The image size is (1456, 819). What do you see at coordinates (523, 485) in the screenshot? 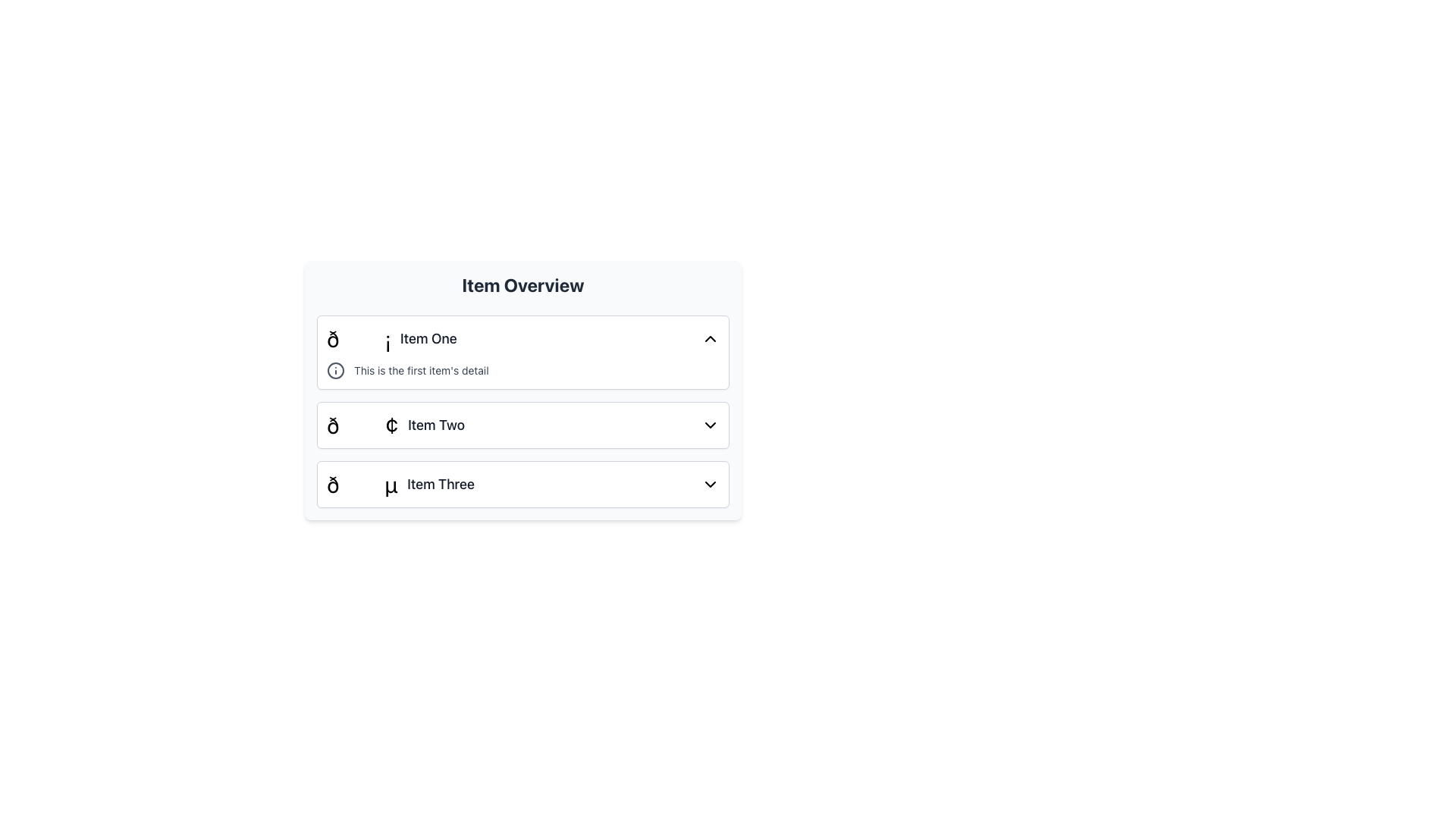
I see `the third item in the vertically stacked list, which is positioned below 'Item Two'` at bounding box center [523, 485].